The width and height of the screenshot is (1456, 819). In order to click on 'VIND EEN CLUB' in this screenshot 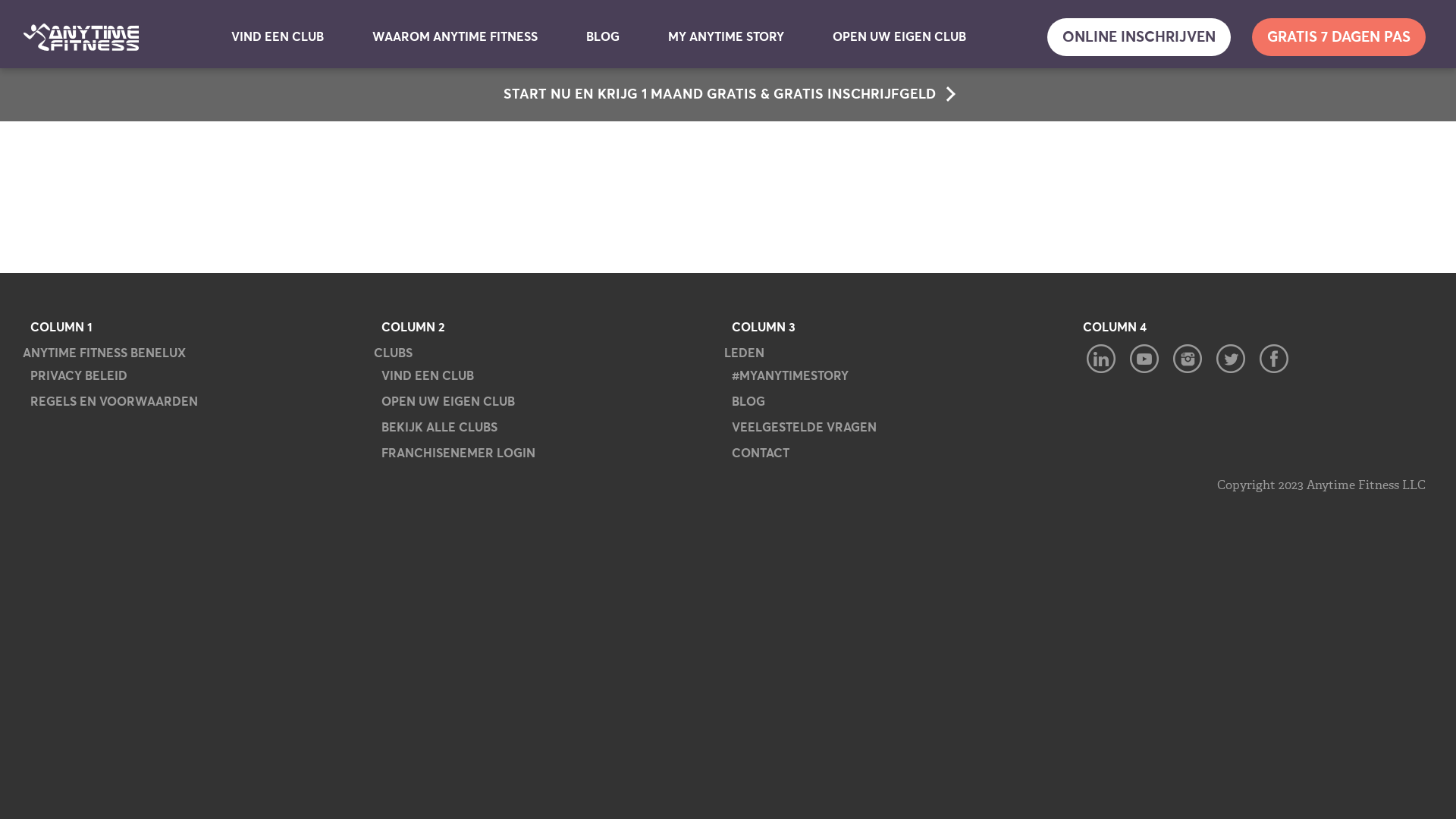, I will do `click(372, 375)`.